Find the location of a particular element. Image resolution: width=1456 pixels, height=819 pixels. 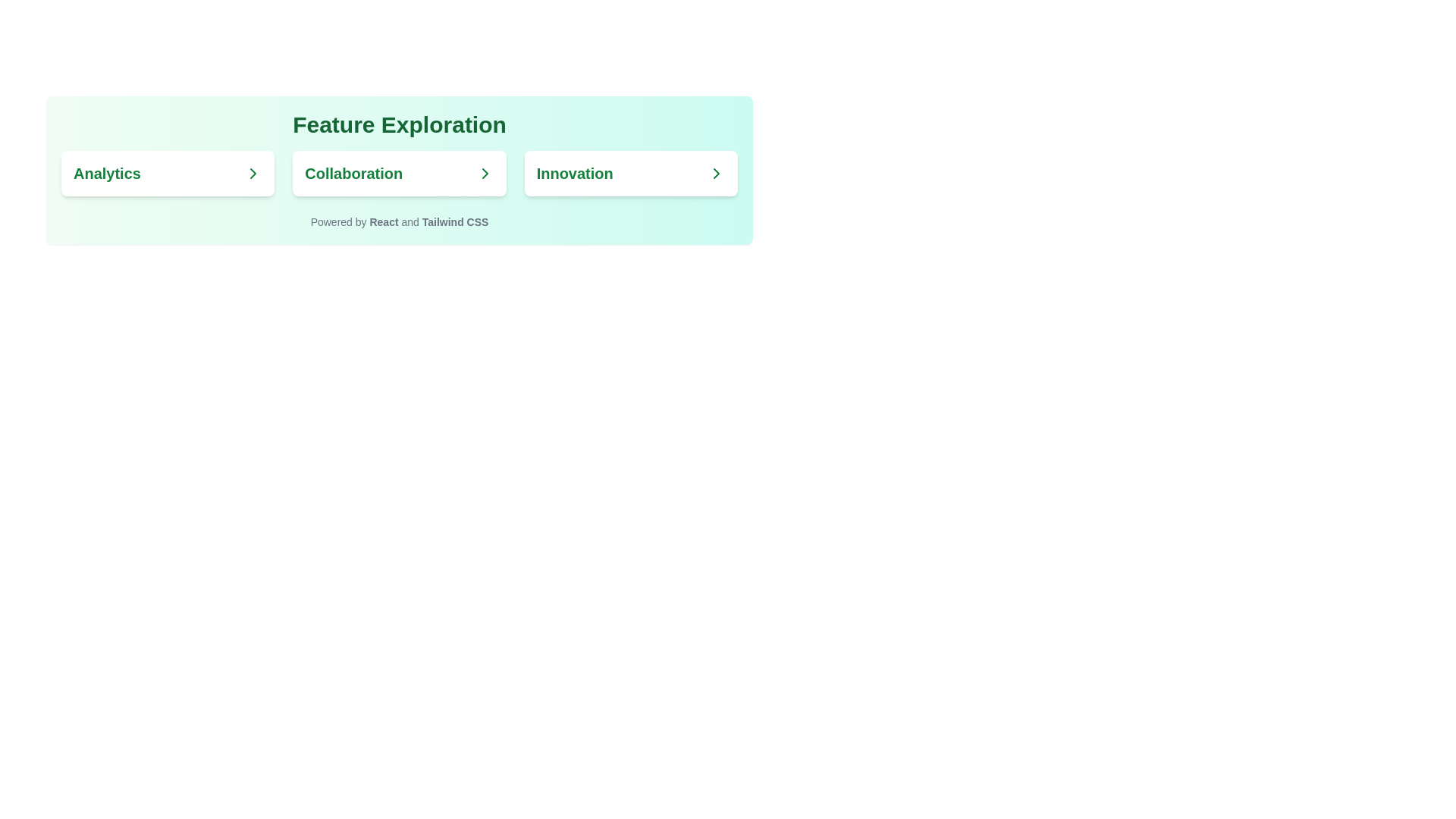

text label that says 'Tailwind CSS', which is the second bolded word in the sentence 'Powered by React and Tailwind CSS' is located at coordinates (454, 222).